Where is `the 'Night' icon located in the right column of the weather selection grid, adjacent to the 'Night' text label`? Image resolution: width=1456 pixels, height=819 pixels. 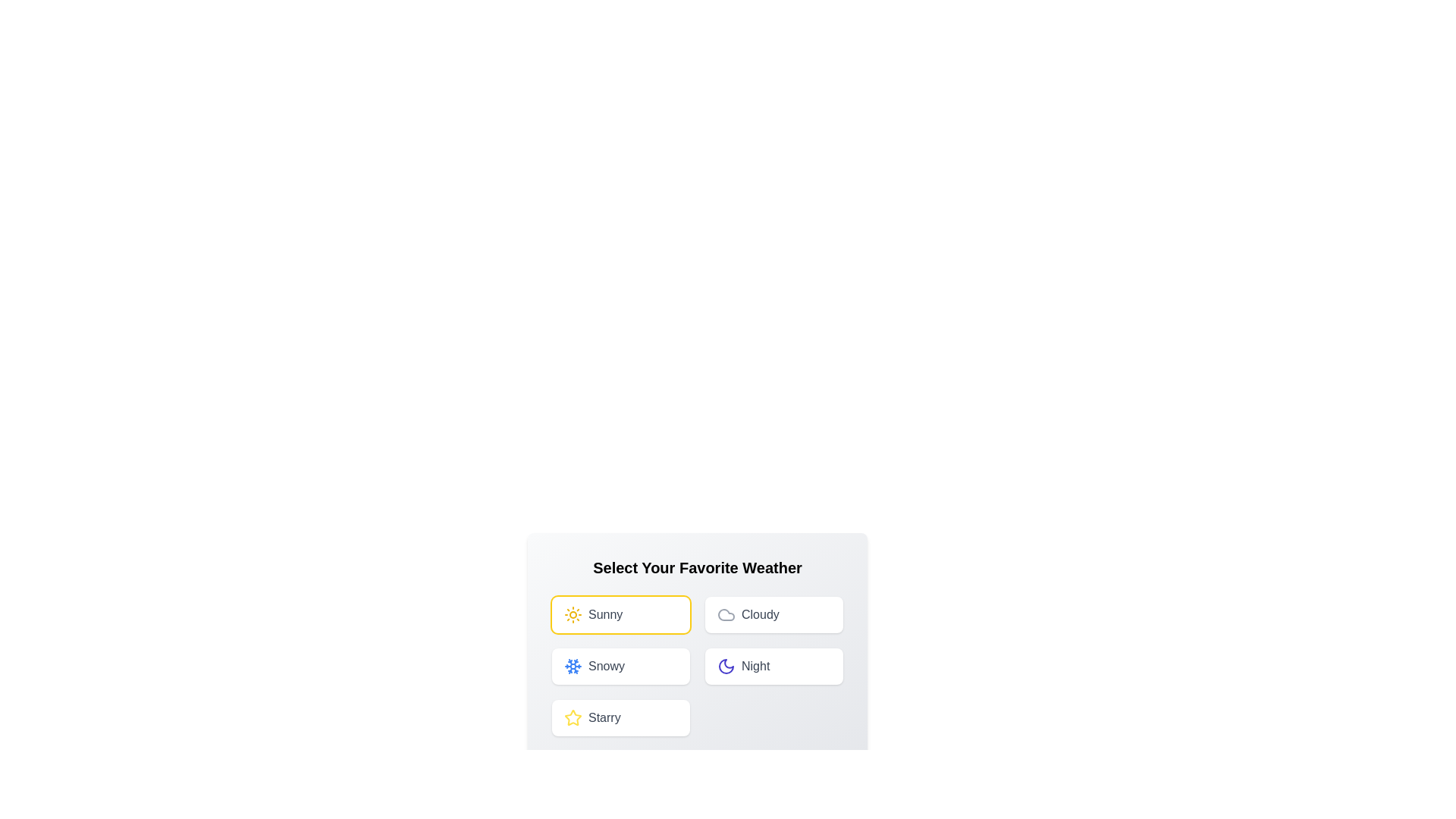
the 'Night' icon located in the right column of the weather selection grid, adjacent to the 'Night' text label is located at coordinates (726, 666).